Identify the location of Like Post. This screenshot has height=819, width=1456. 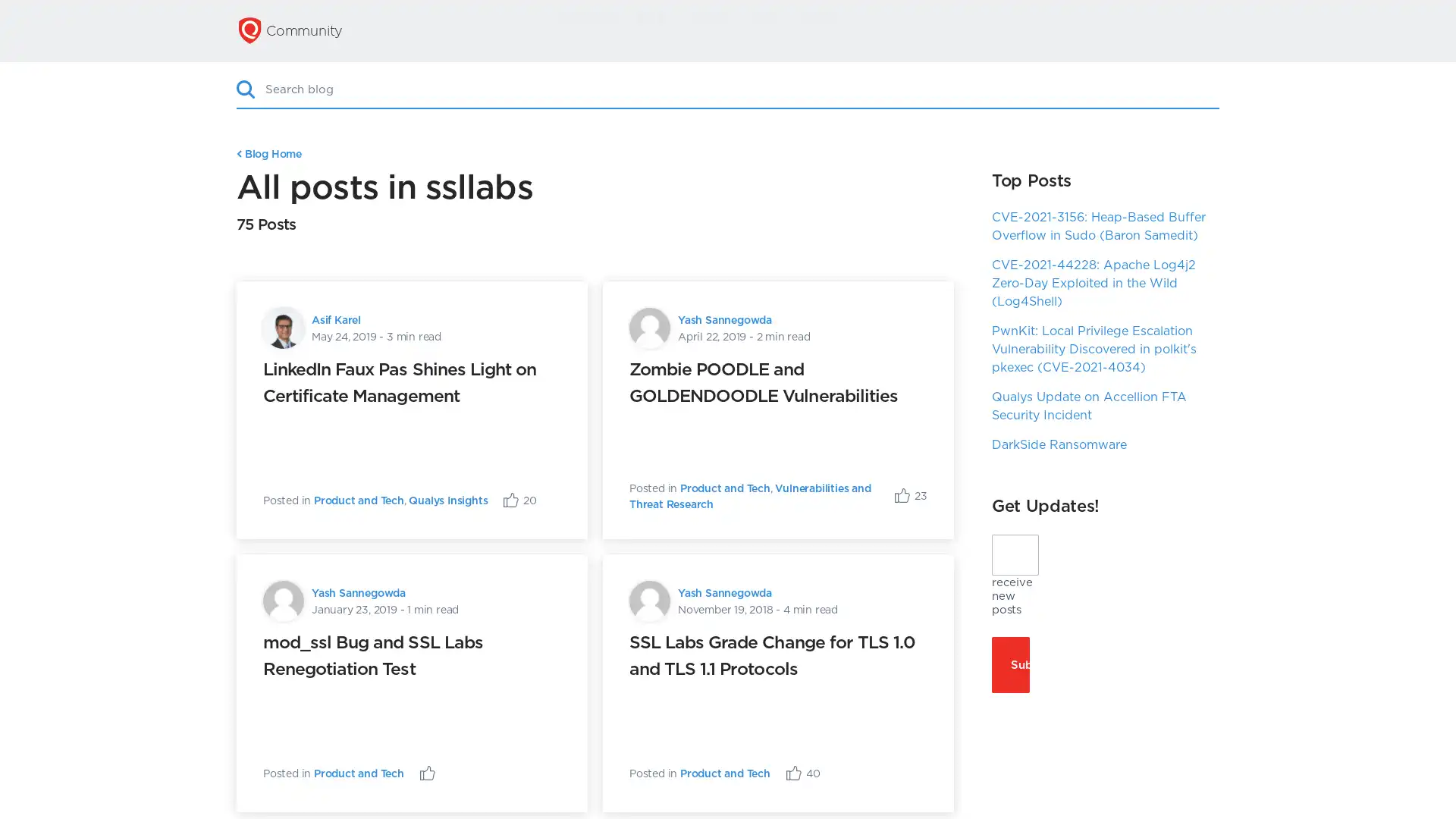
(792, 773).